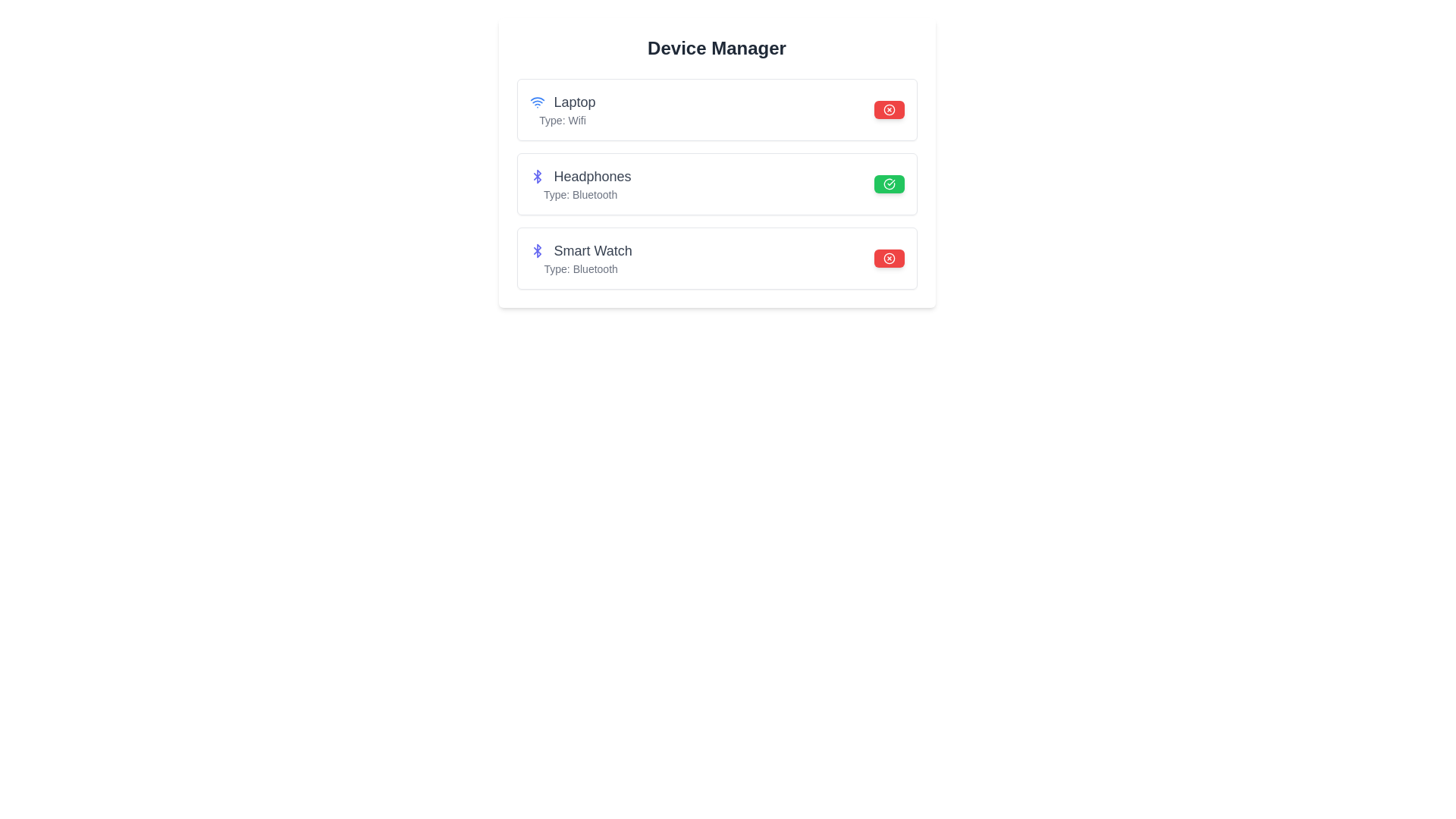 This screenshot has width=1456, height=819. I want to click on the Iconic button with a red background and a white cross located at the top-right corner of the 'Laptop' item, so click(889, 109).